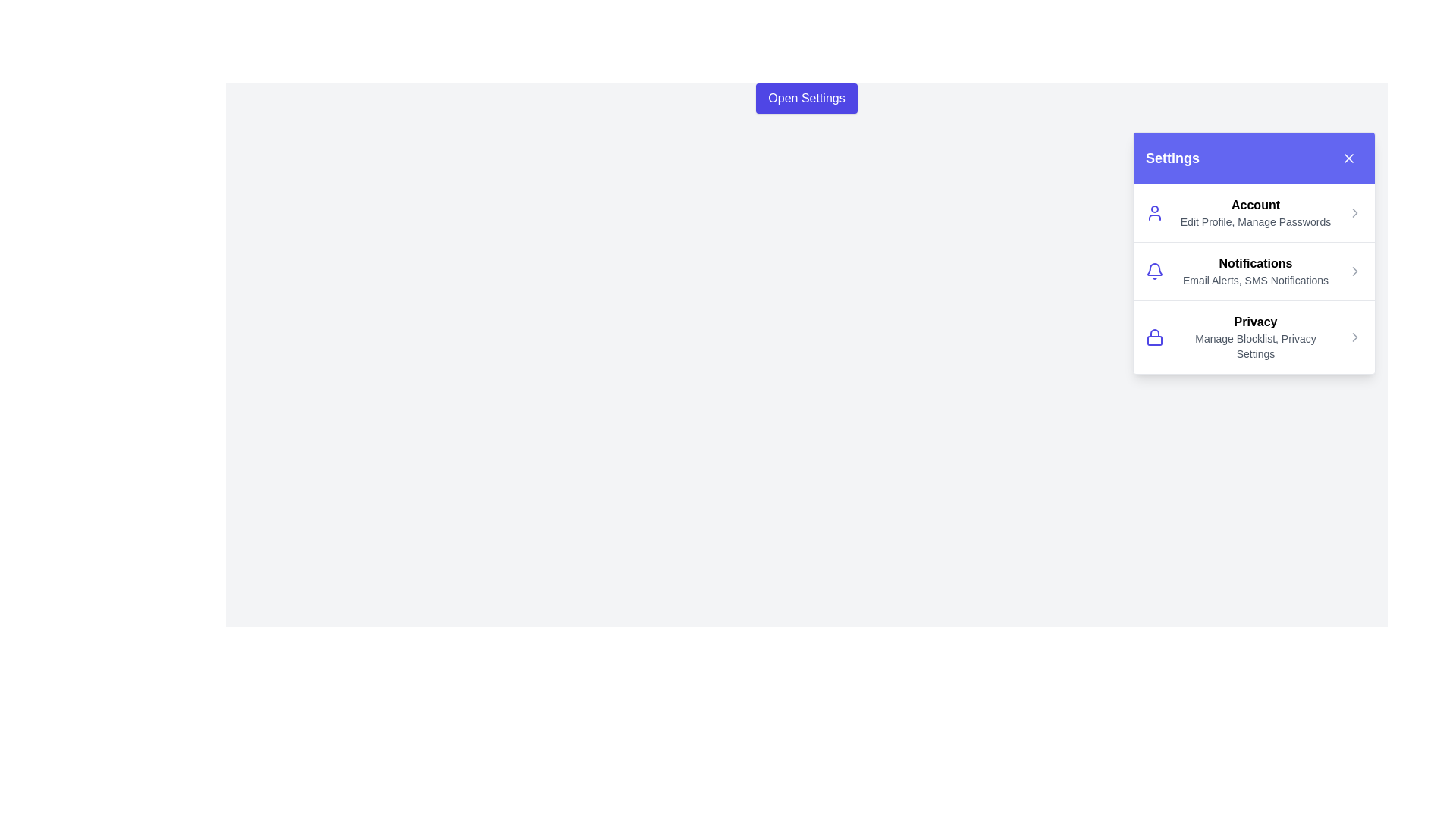 Image resolution: width=1456 pixels, height=819 pixels. I want to click on the text label that reads 'Edit Profile, Manage Passwords', which is styled in a small gray font and located below the 'Account' label in the settings panel, so click(1256, 222).